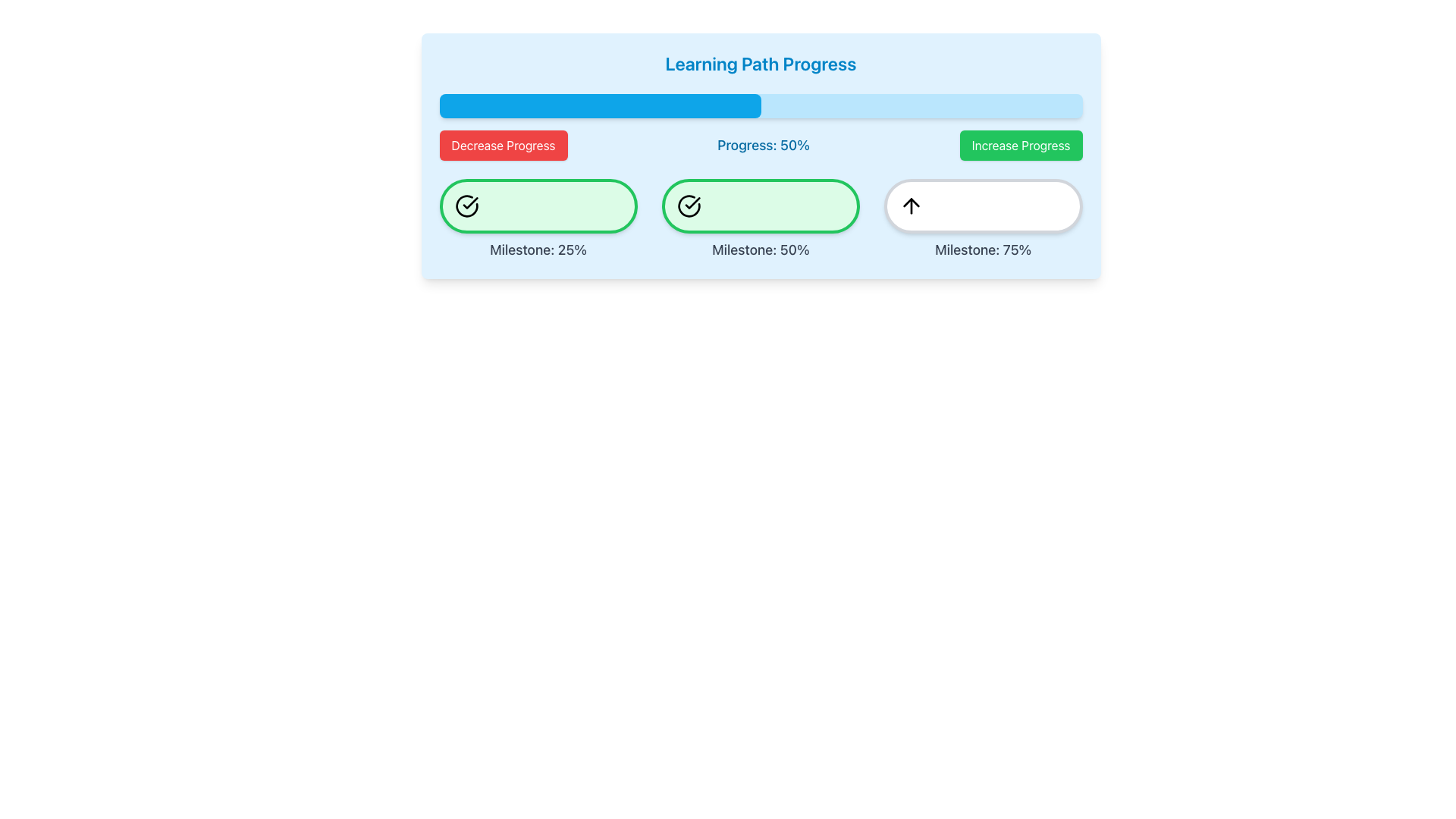 This screenshot has width=1456, height=819. What do you see at coordinates (764, 146) in the screenshot?
I see `the 'Progress: 50%' label, which is centrally located in the header section` at bounding box center [764, 146].